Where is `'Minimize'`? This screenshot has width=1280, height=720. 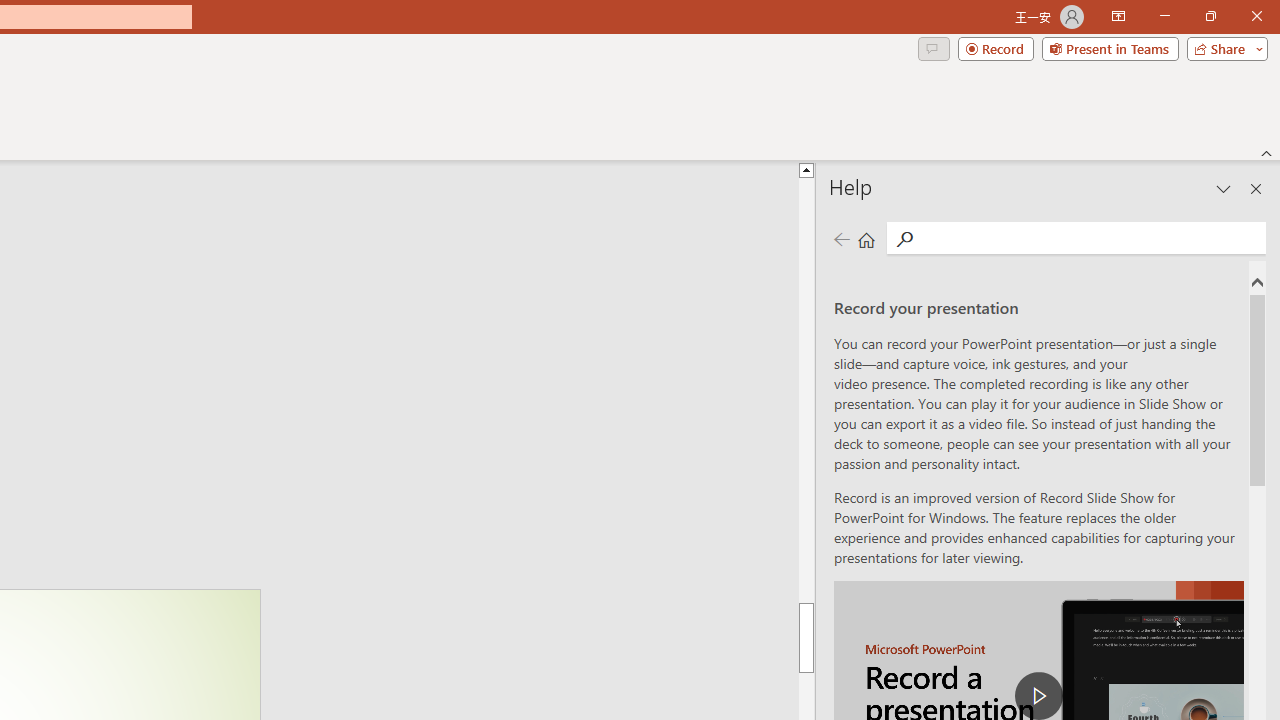 'Minimize' is located at coordinates (1164, 16).